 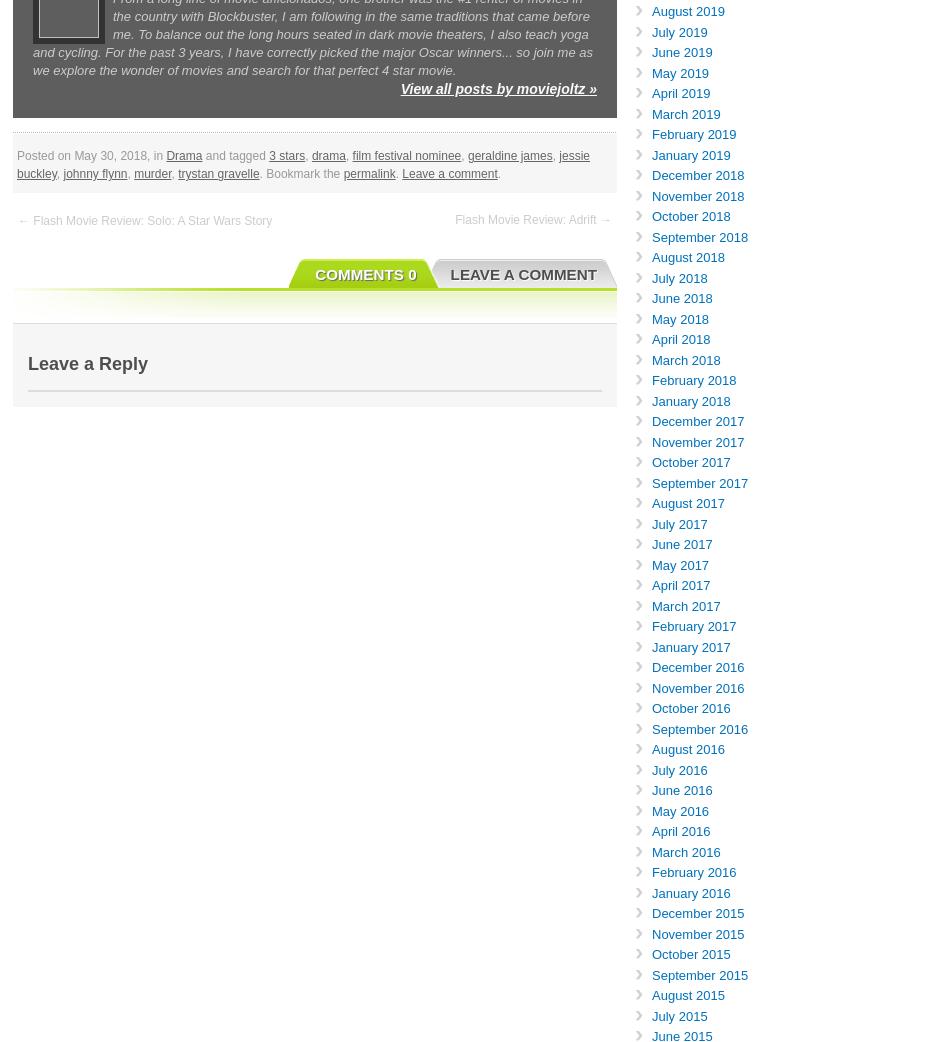 What do you see at coordinates (651, 318) in the screenshot?
I see `'May 2018'` at bounding box center [651, 318].